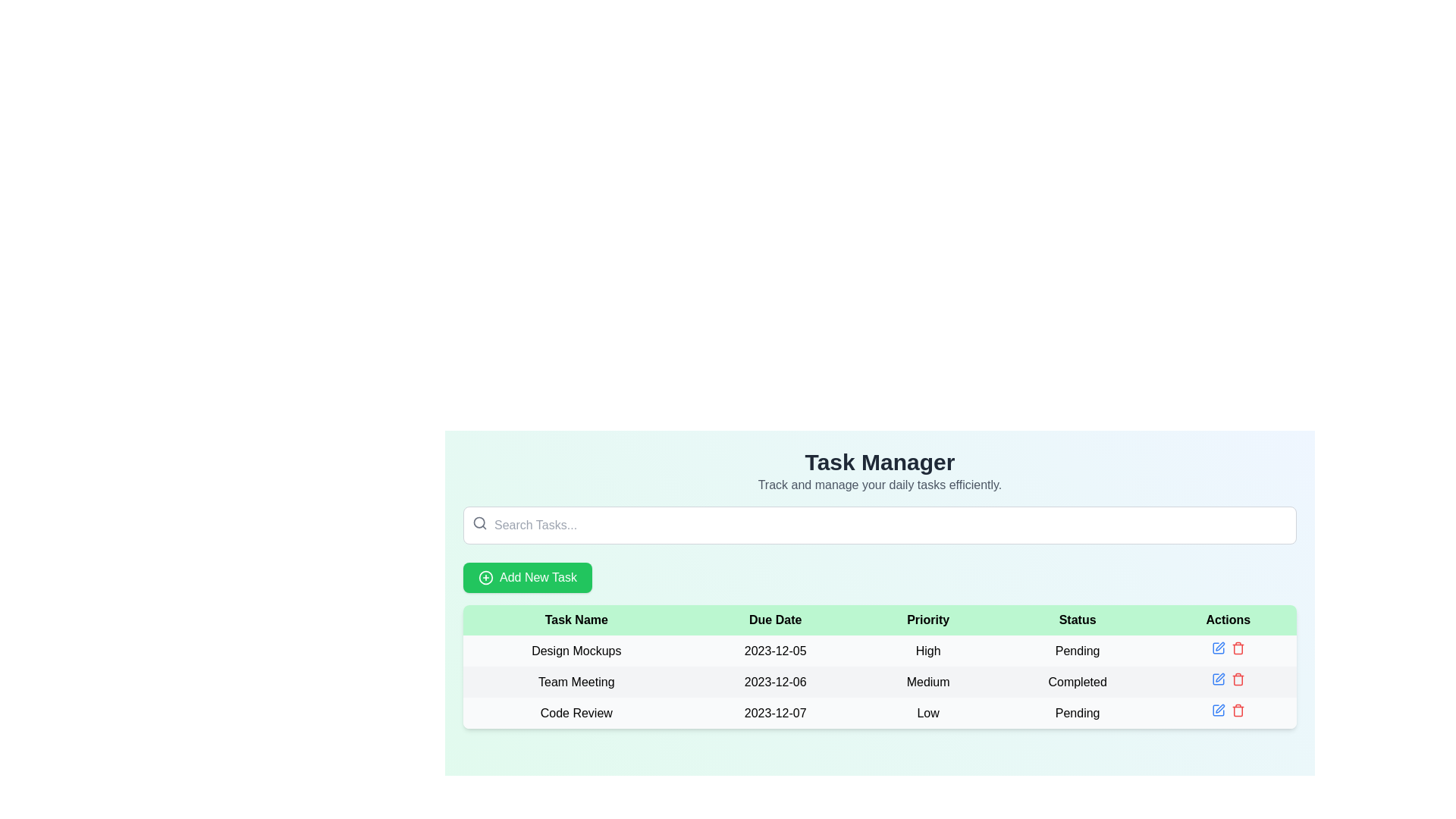 The height and width of the screenshot is (819, 1456). Describe the element at coordinates (486, 578) in the screenshot. I see `the circular green icon with a plus symbol, which is located to the left of the 'Add New Task' text` at that location.